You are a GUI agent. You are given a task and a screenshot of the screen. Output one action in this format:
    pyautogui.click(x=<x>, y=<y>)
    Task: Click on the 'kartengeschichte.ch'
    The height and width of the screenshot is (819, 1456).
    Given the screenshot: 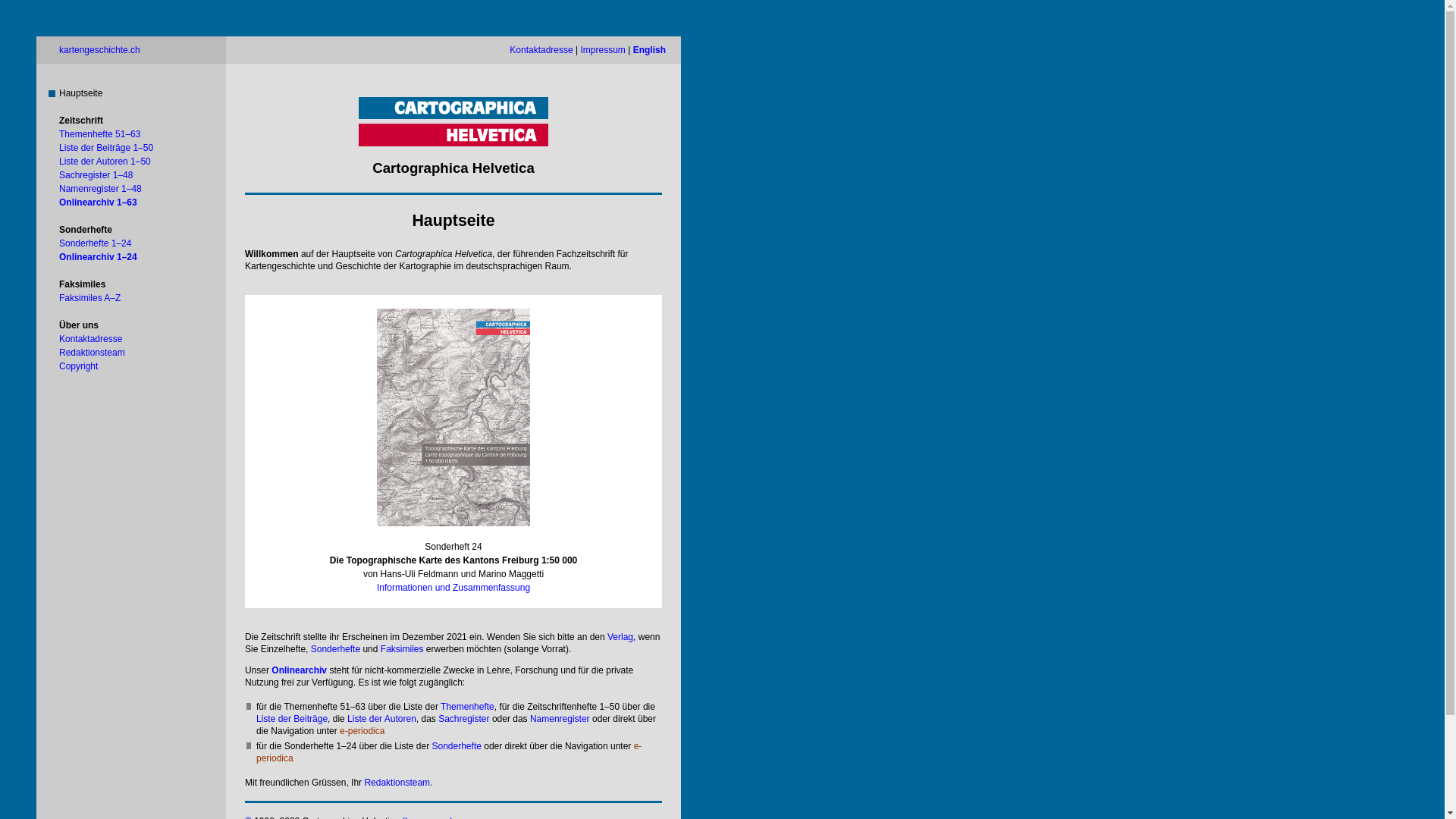 What is the action you would take?
    pyautogui.click(x=58, y=49)
    